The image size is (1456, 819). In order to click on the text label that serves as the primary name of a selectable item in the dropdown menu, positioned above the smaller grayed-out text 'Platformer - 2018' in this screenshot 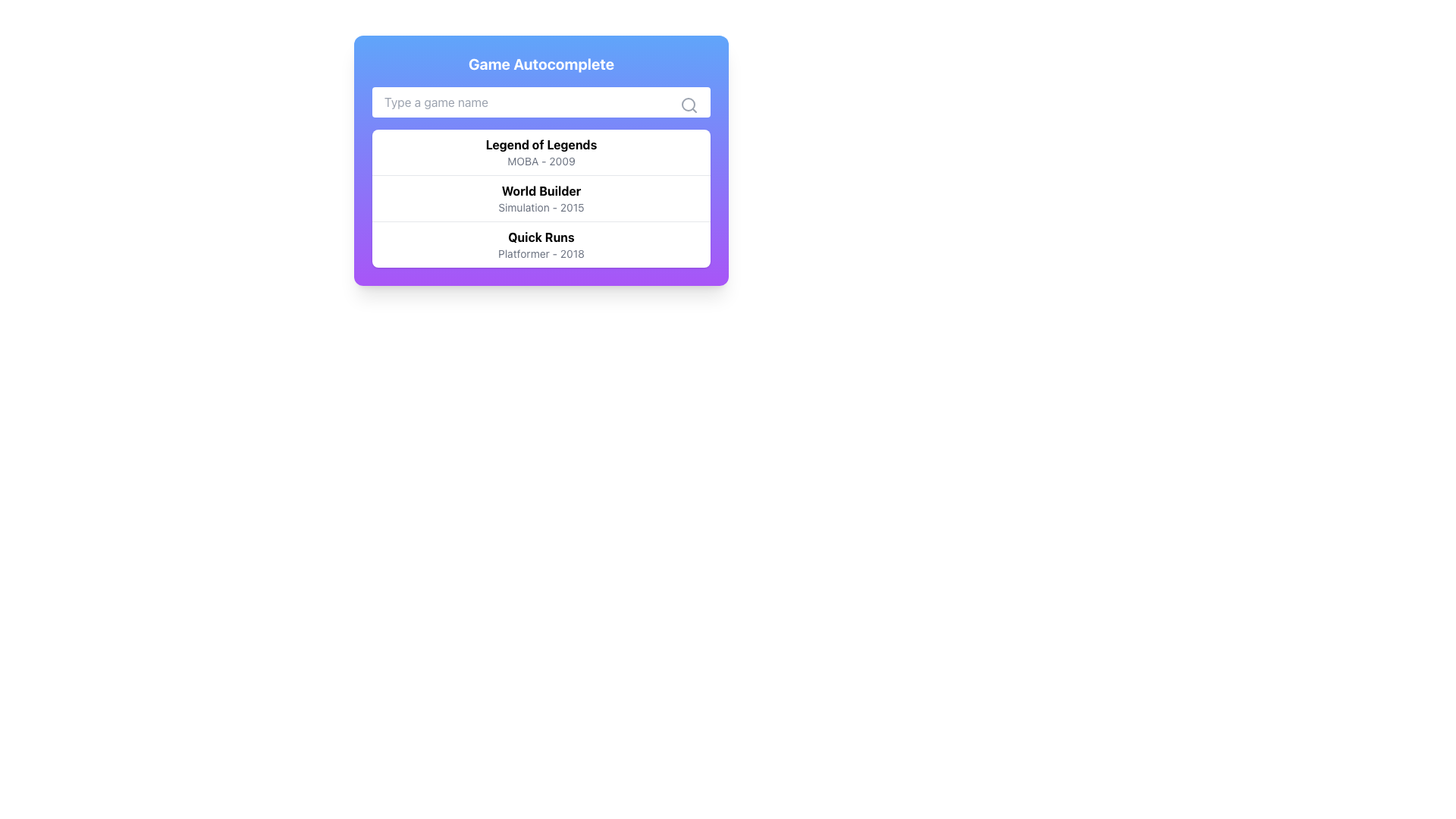, I will do `click(541, 237)`.